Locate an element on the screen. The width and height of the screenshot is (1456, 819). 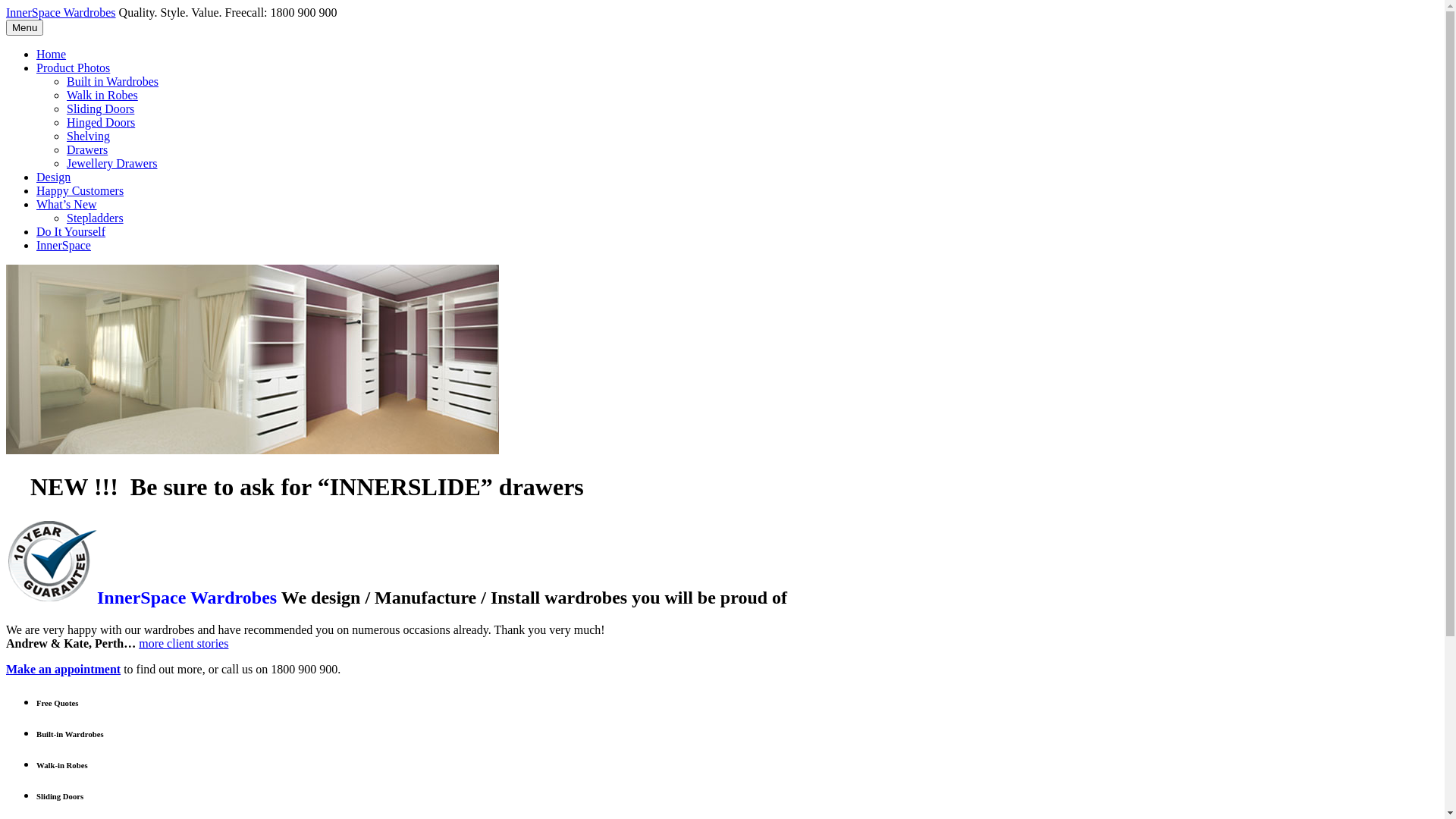
'Walk in Robes' is located at coordinates (101, 95).